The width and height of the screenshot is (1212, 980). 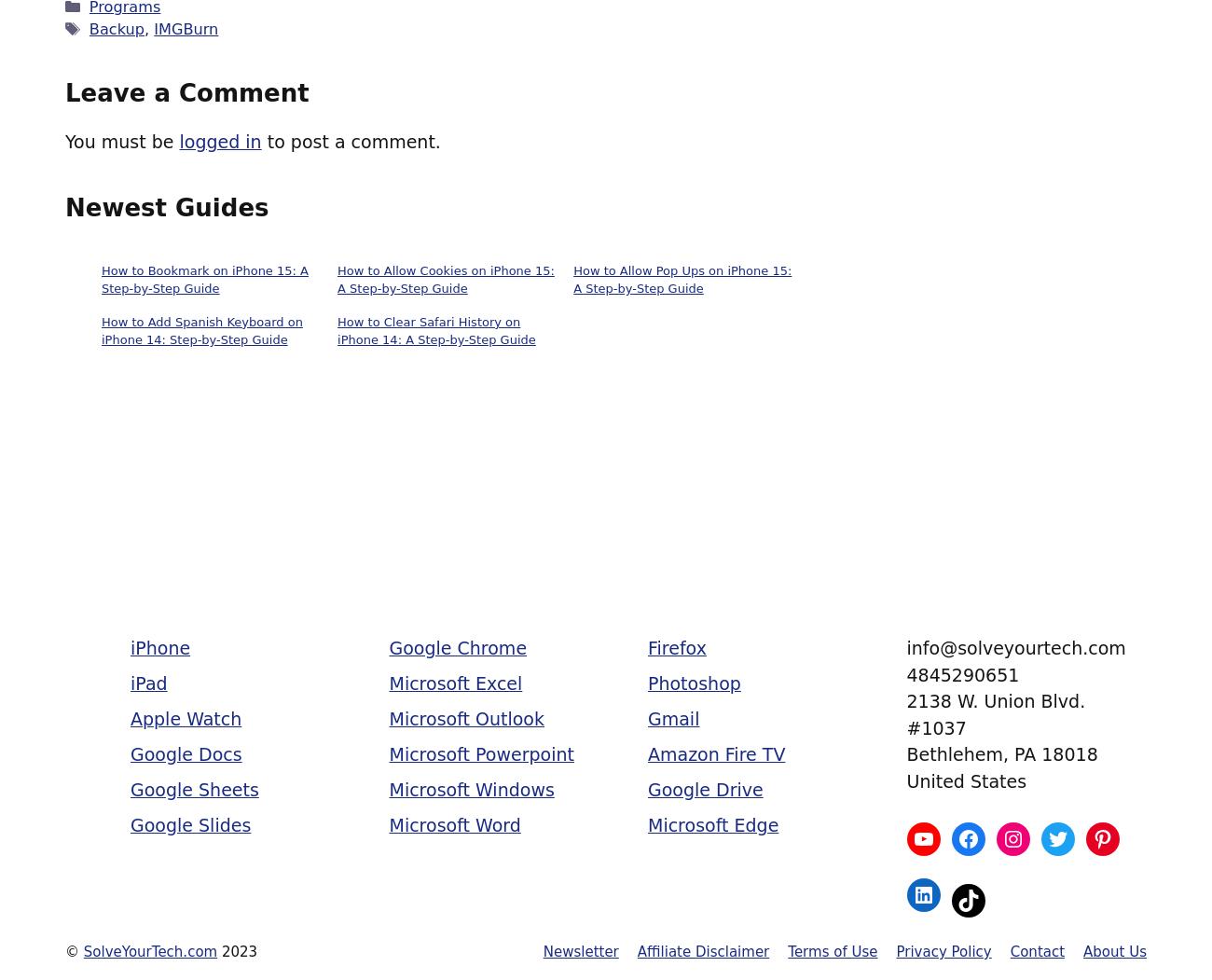 What do you see at coordinates (148, 951) in the screenshot?
I see `'SolveYourTech.com'` at bounding box center [148, 951].